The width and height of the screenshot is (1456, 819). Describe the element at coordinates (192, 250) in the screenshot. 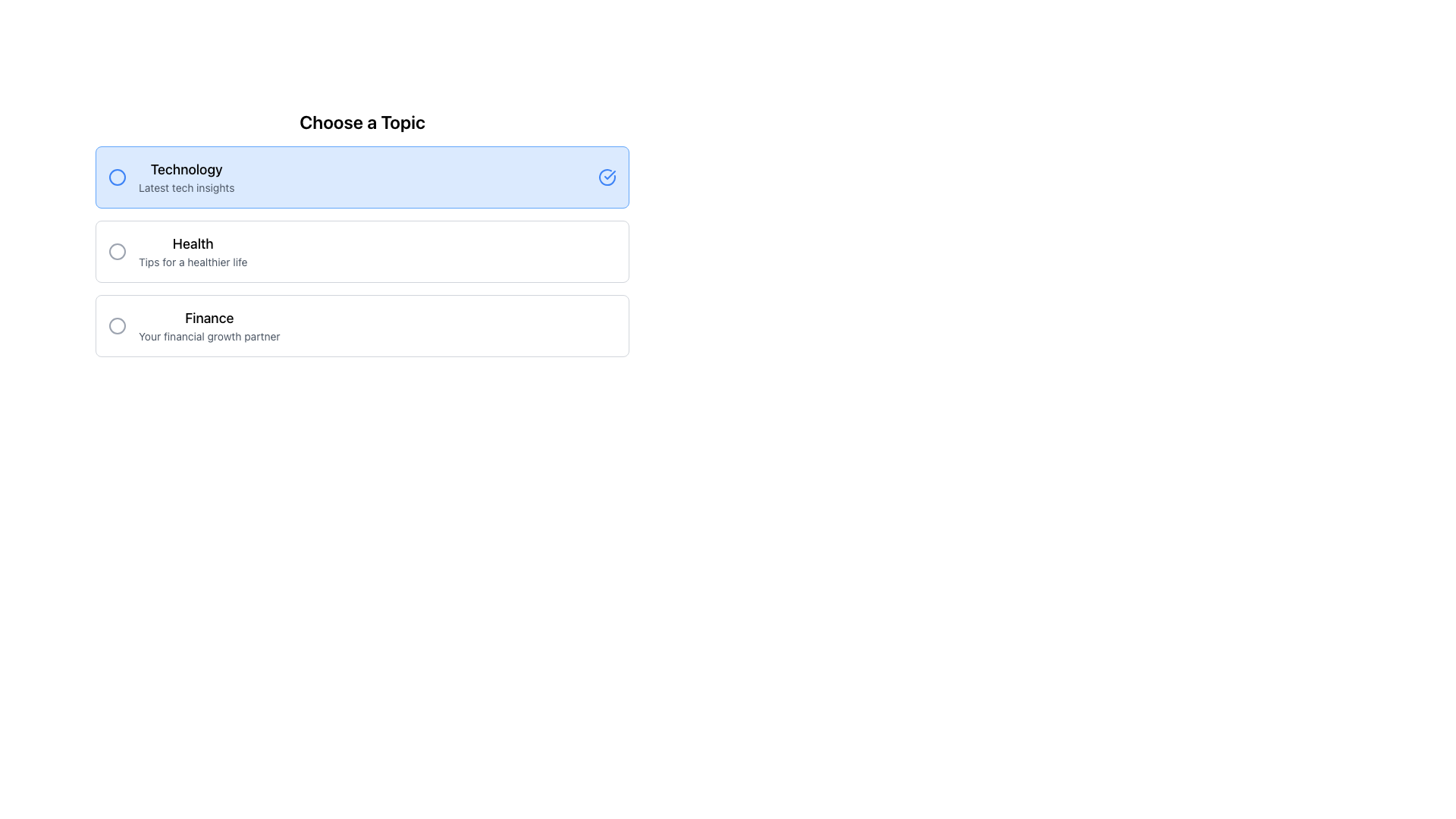

I see `text content of the two-line text block displaying 'Health' and 'Tips for a healthier life', located in the second option of a vertical list` at that location.